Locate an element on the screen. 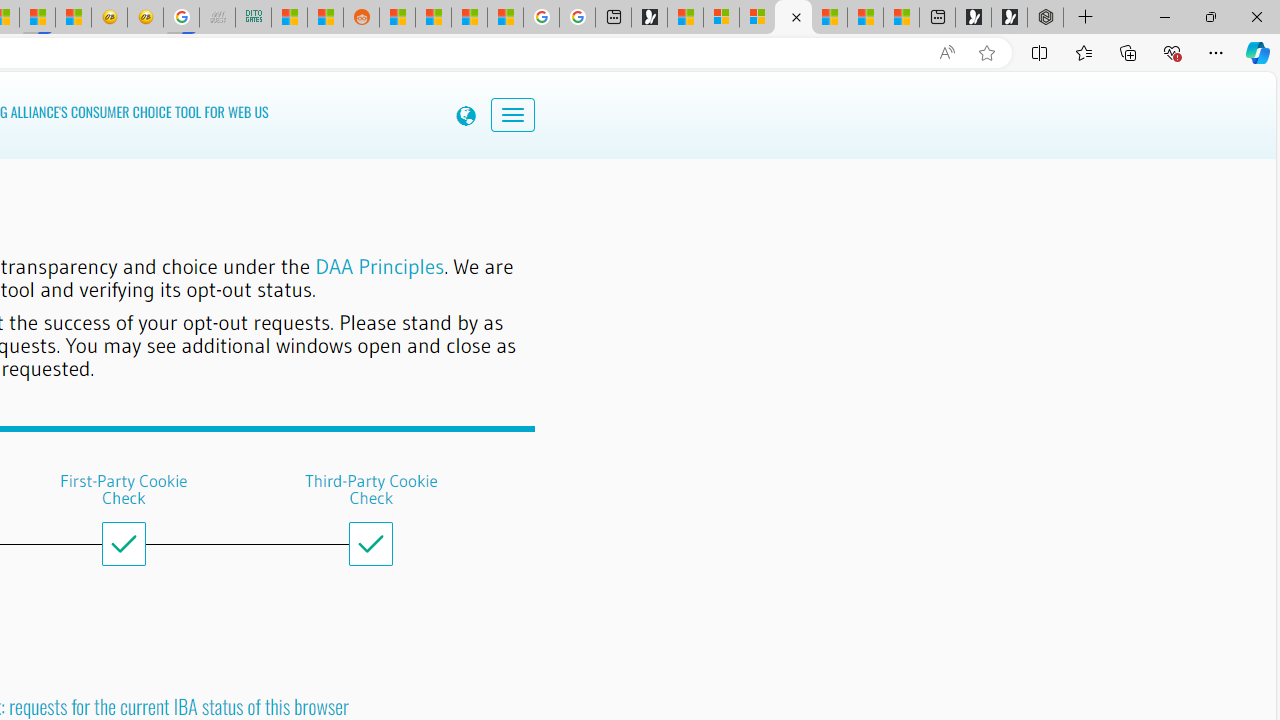 This screenshot has height=720, width=1280. 'R******* | Trusted Community Engagement and Contributions' is located at coordinates (397, 17).